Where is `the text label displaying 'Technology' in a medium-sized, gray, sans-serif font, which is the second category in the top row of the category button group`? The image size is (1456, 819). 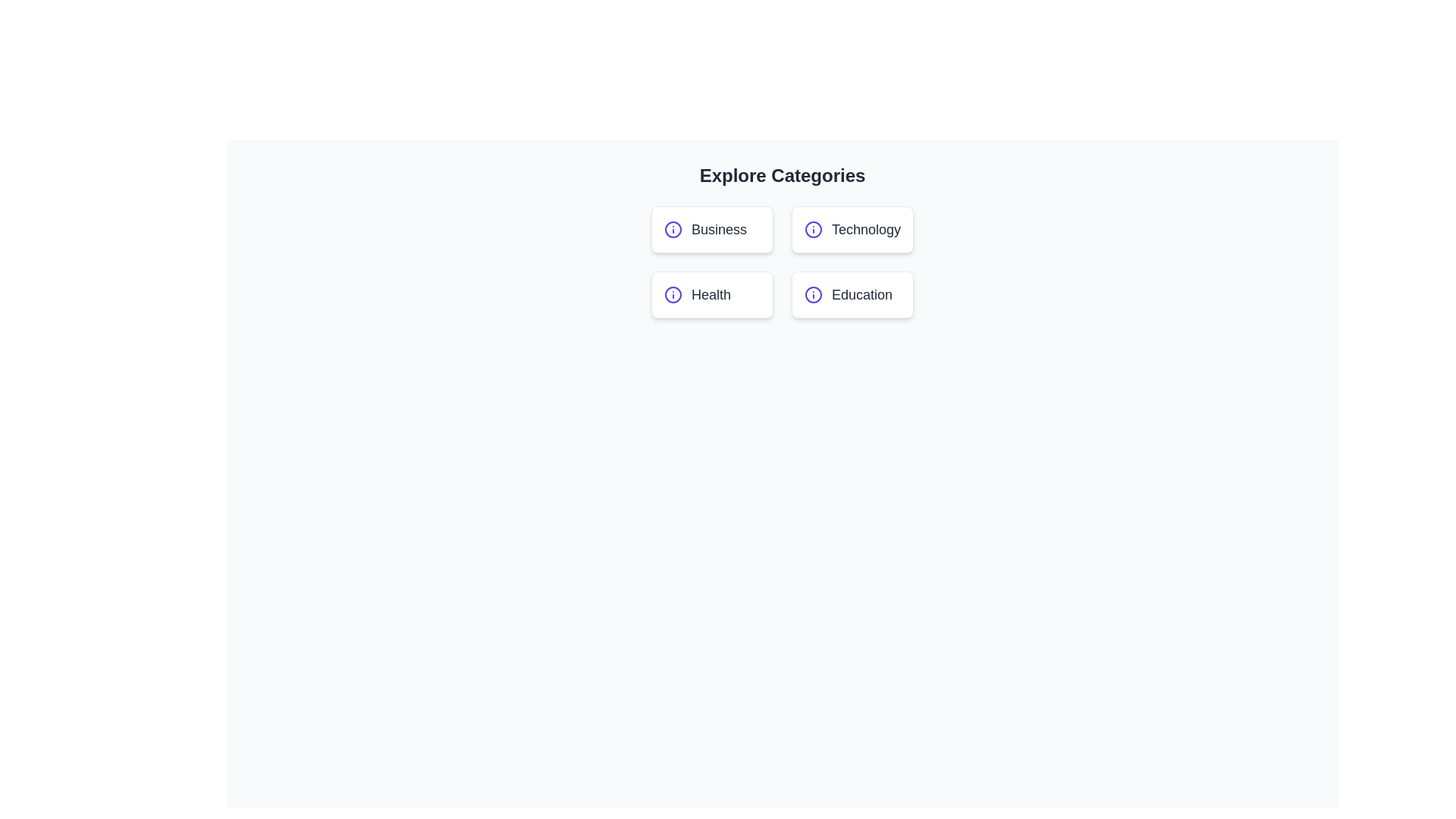 the text label displaying 'Technology' in a medium-sized, gray, sans-serif font, which is the second category in the top row of the category button group is located at coordinates (866, 230).